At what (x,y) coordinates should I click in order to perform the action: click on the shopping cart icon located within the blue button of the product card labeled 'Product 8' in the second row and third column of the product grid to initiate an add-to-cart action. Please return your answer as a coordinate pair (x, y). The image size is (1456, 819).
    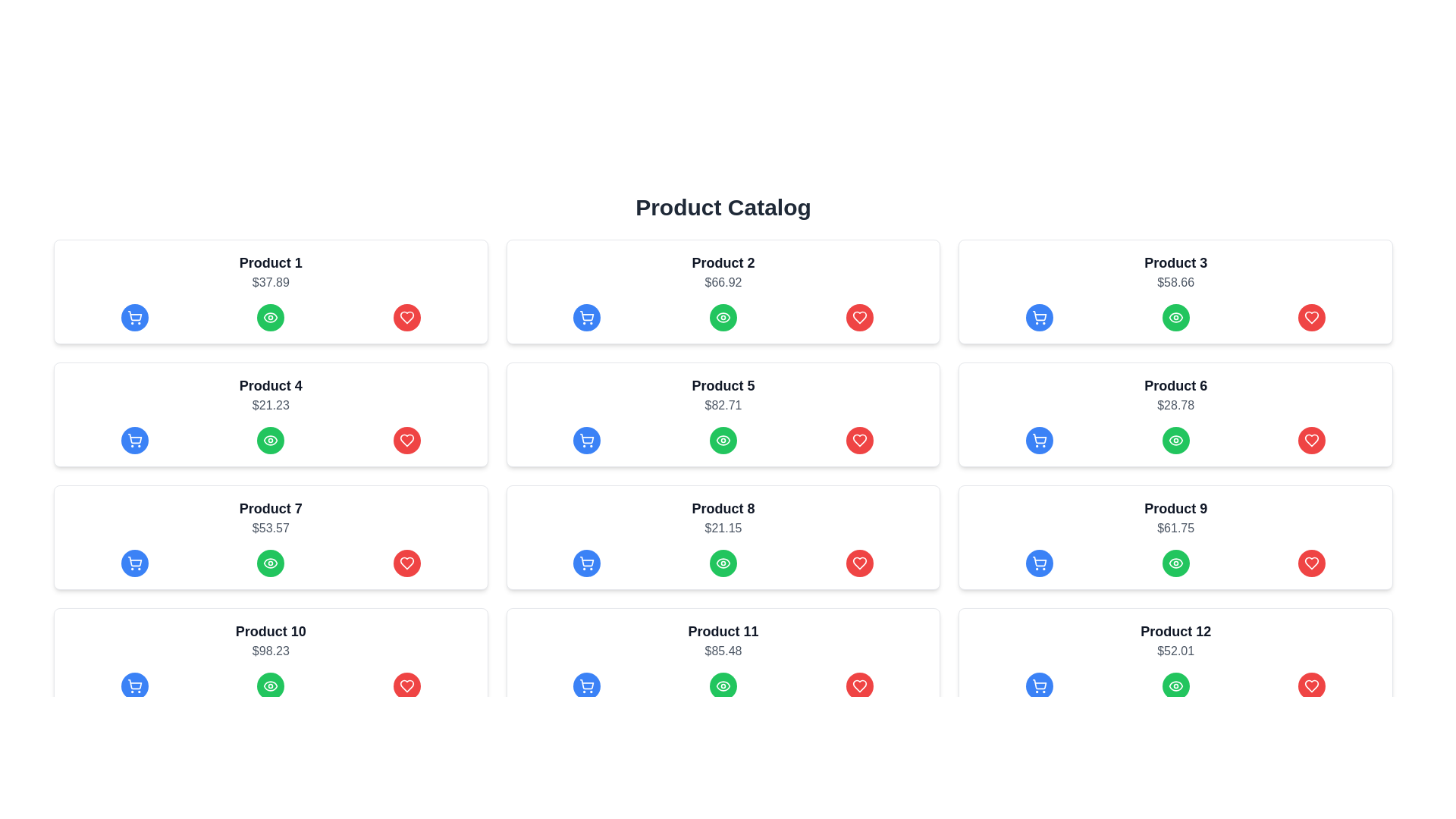
    Looking at the image, I should click on (586, 563).